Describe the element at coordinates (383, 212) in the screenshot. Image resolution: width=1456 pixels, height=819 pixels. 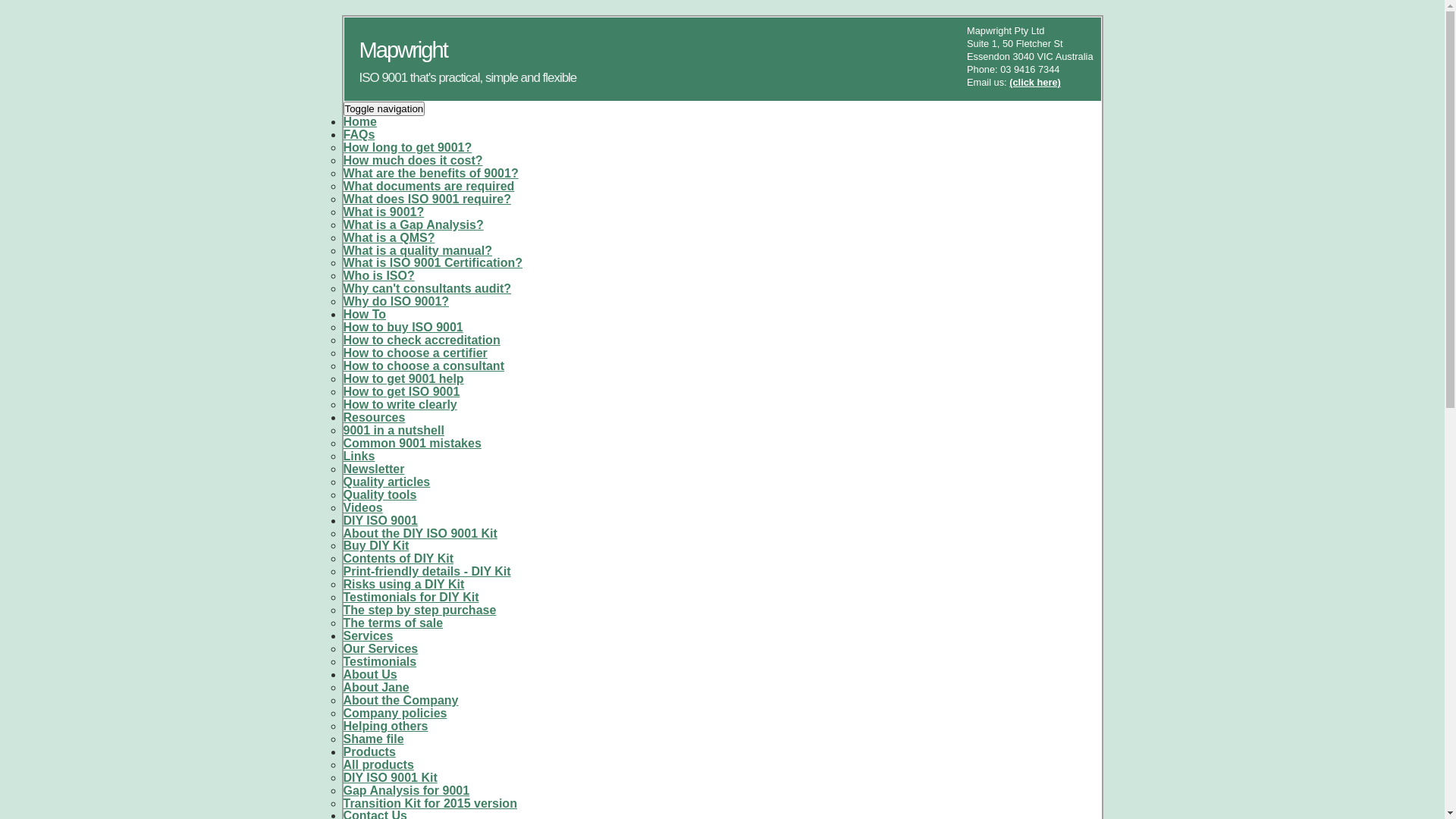
I see `'What is 9001?'` at that location.